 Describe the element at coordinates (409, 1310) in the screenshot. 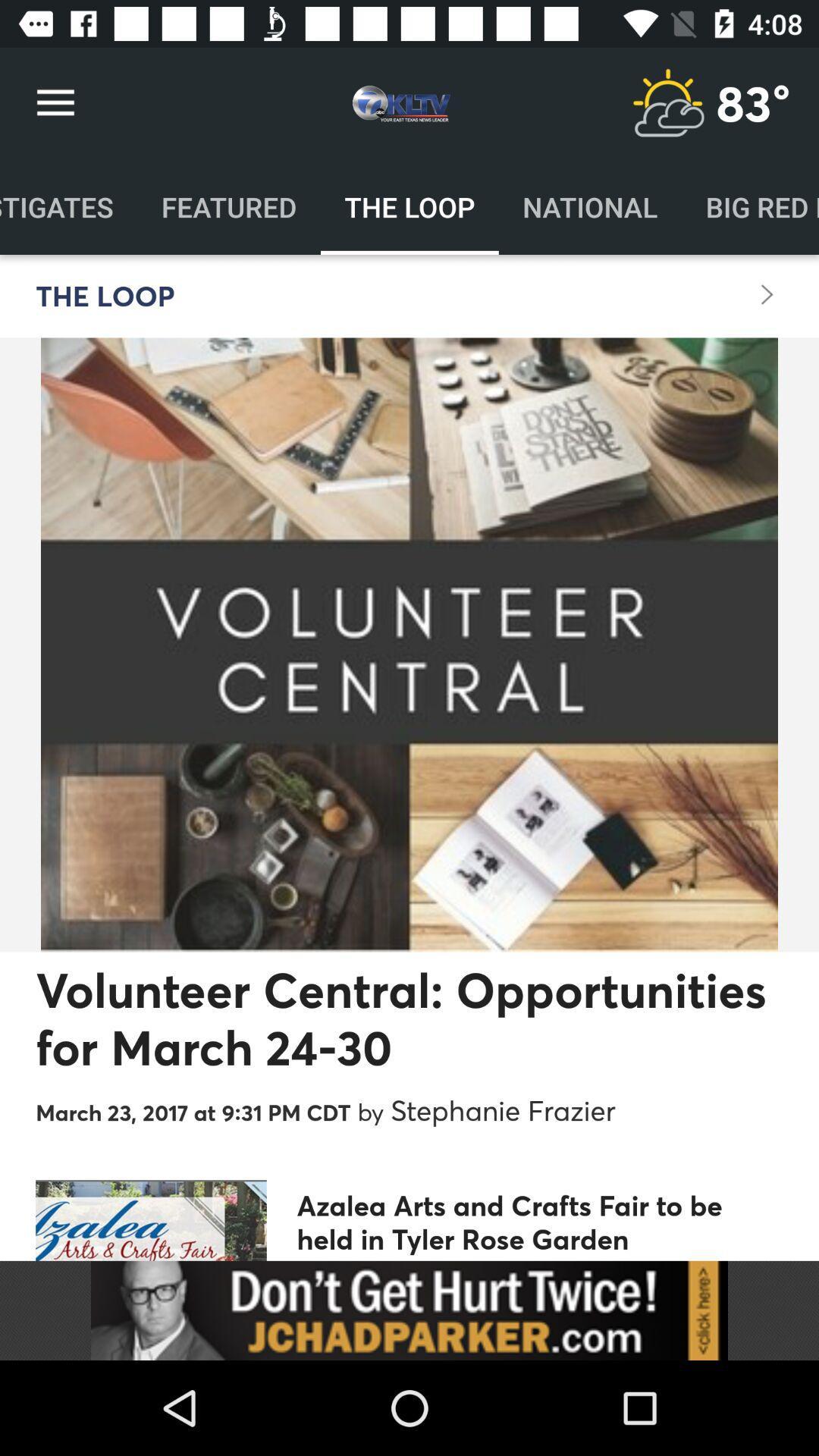

I see `see article` at that location.